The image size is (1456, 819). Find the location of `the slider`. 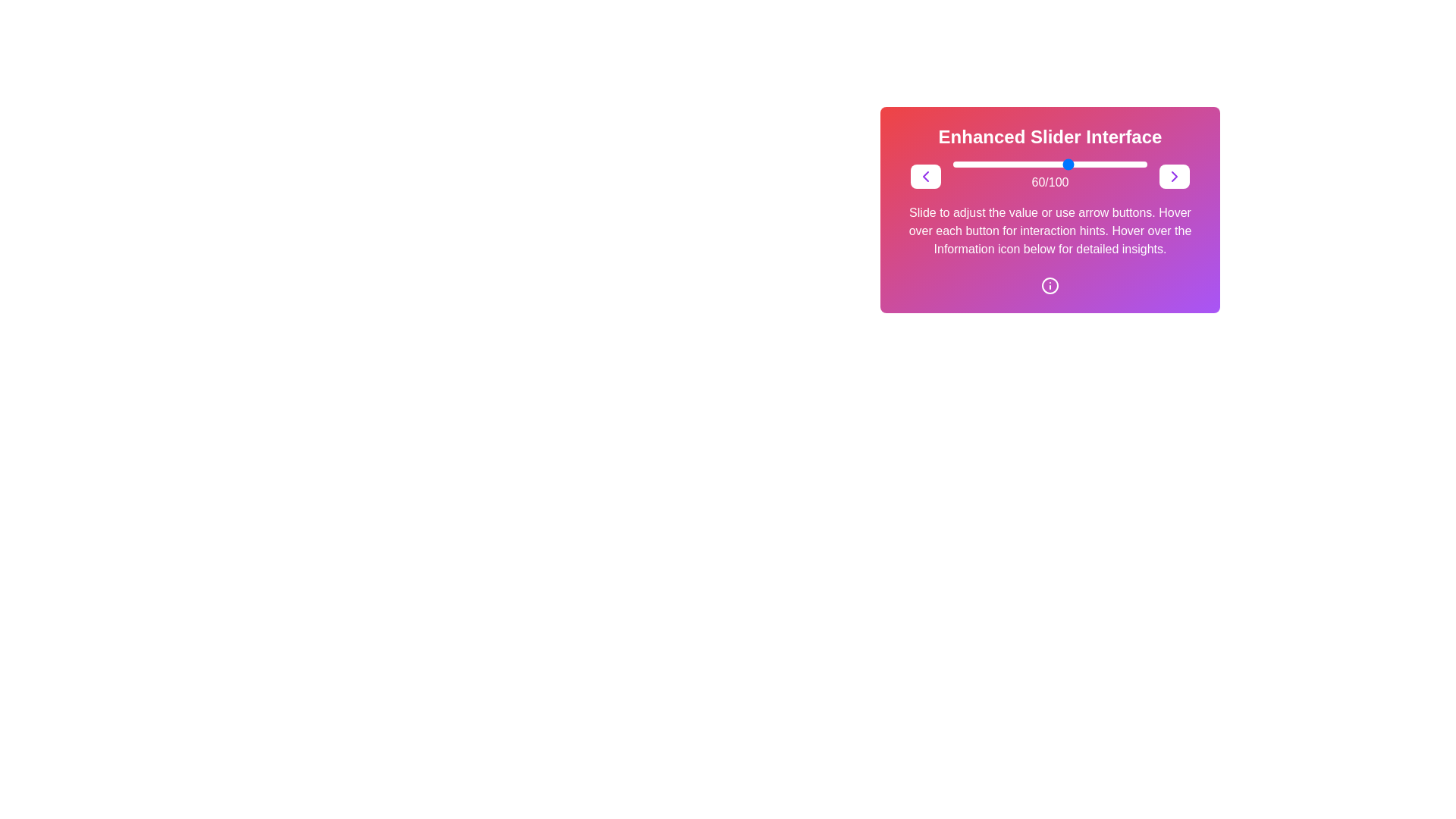

the slider is located at coordinates (990, 164).